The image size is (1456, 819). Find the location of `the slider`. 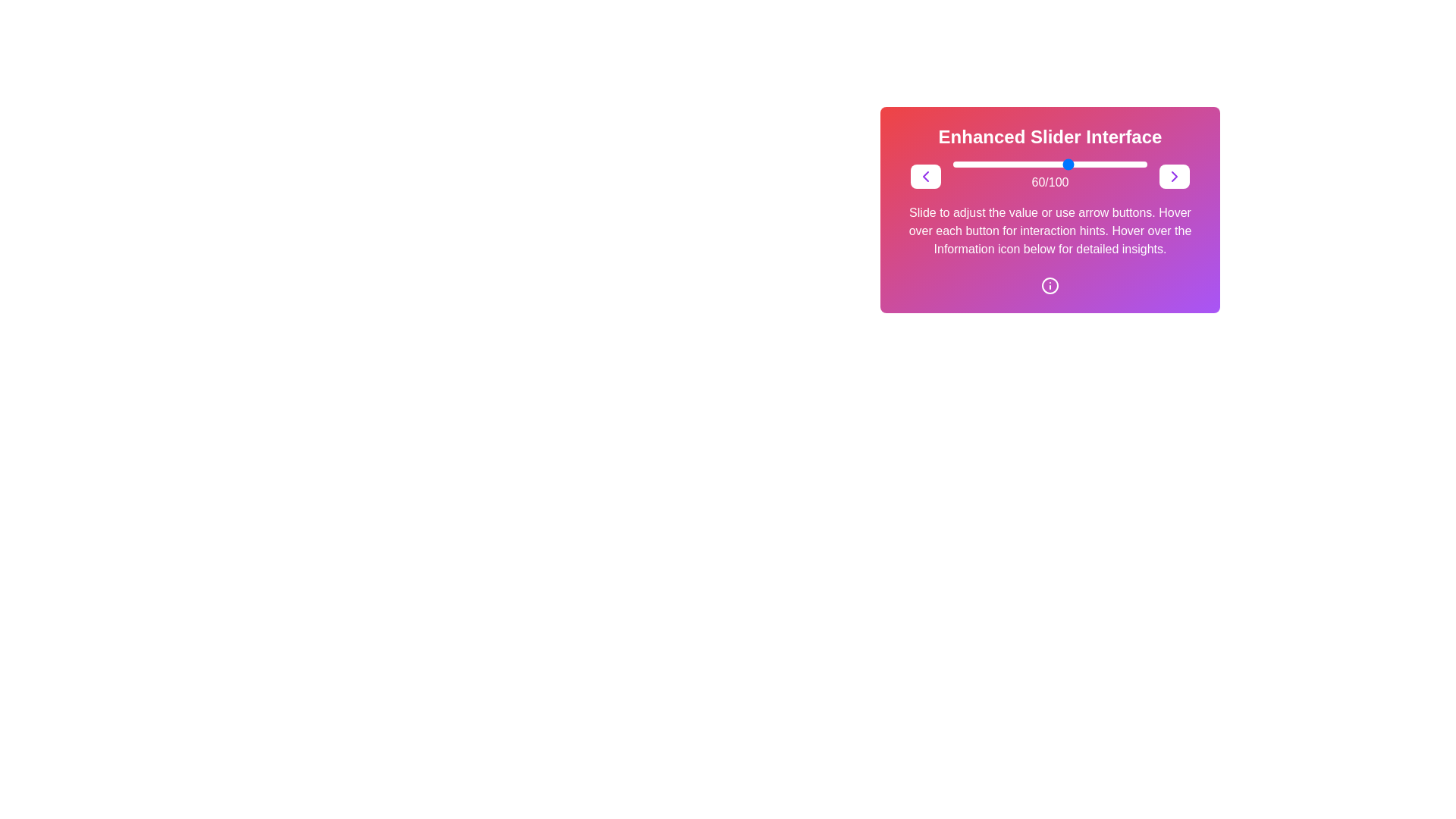

the slider is located at coordinates (990, 164).